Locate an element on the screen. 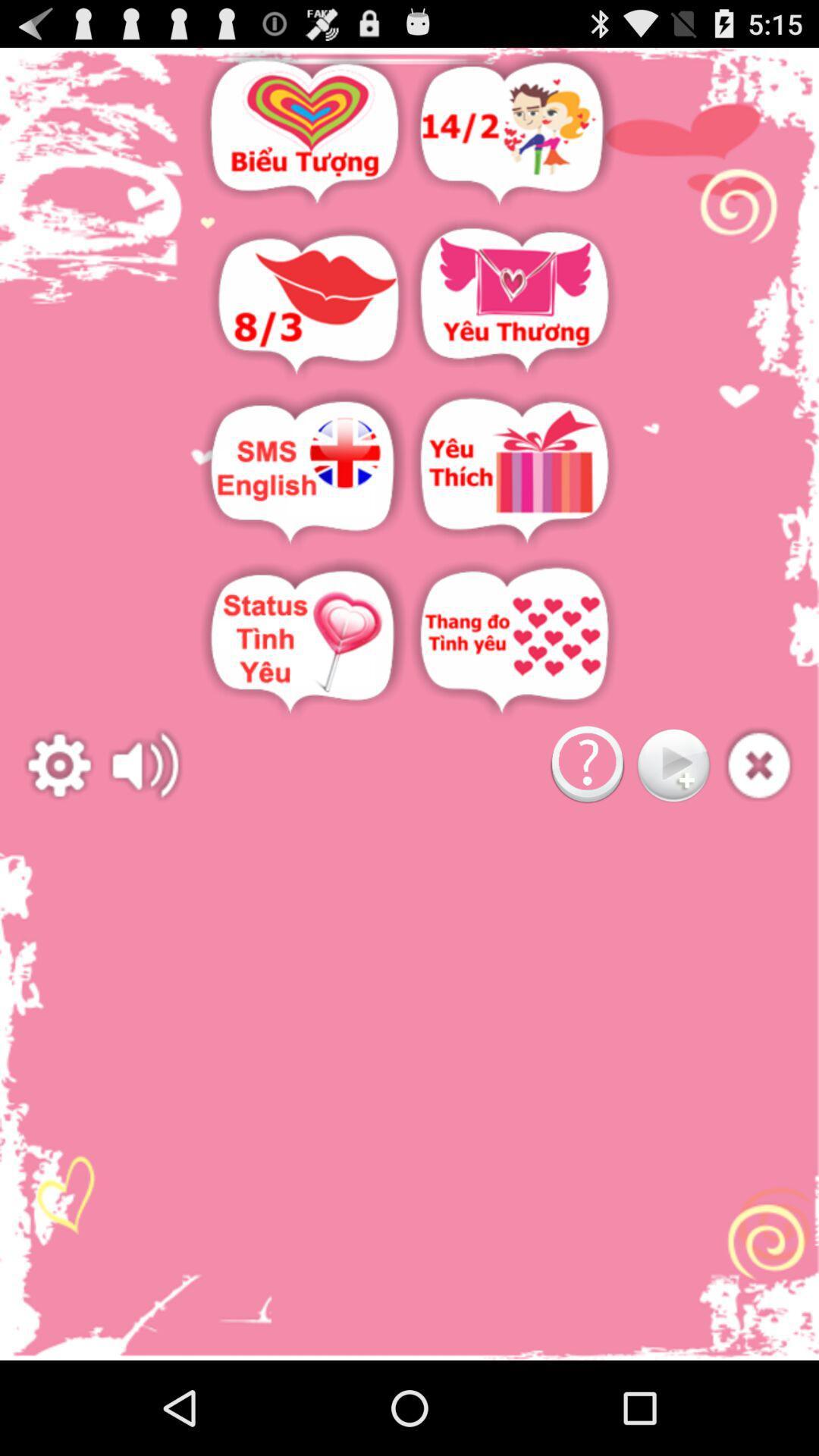 The image size is (819, 1456). settings is located at coordinates (58, 765).